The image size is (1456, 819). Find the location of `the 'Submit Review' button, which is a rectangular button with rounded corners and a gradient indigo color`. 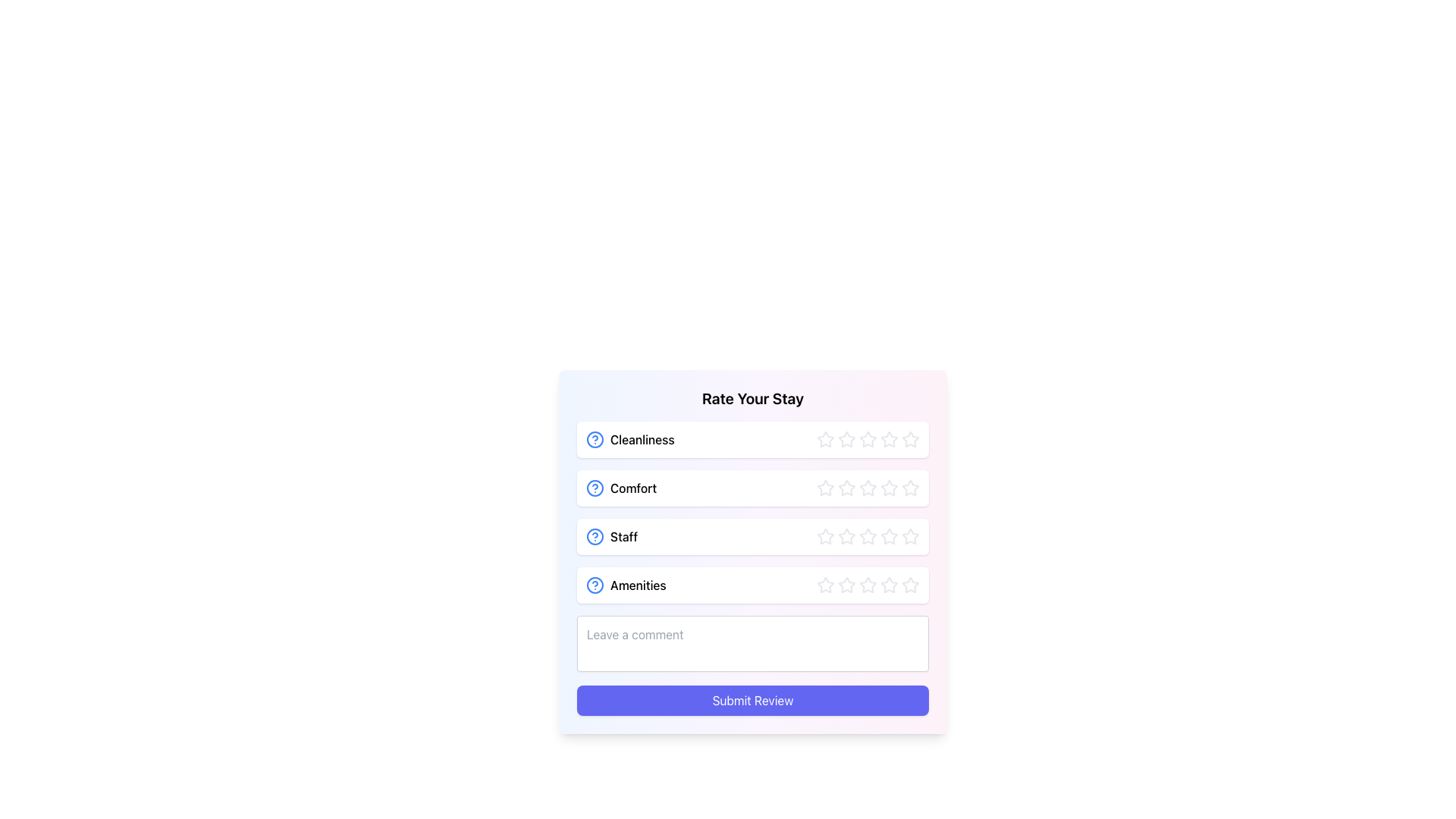

the 'Submit Review' button, which is a rectangular button with rounded corners and a gradient indigo color is located at coordinates (753, 701).